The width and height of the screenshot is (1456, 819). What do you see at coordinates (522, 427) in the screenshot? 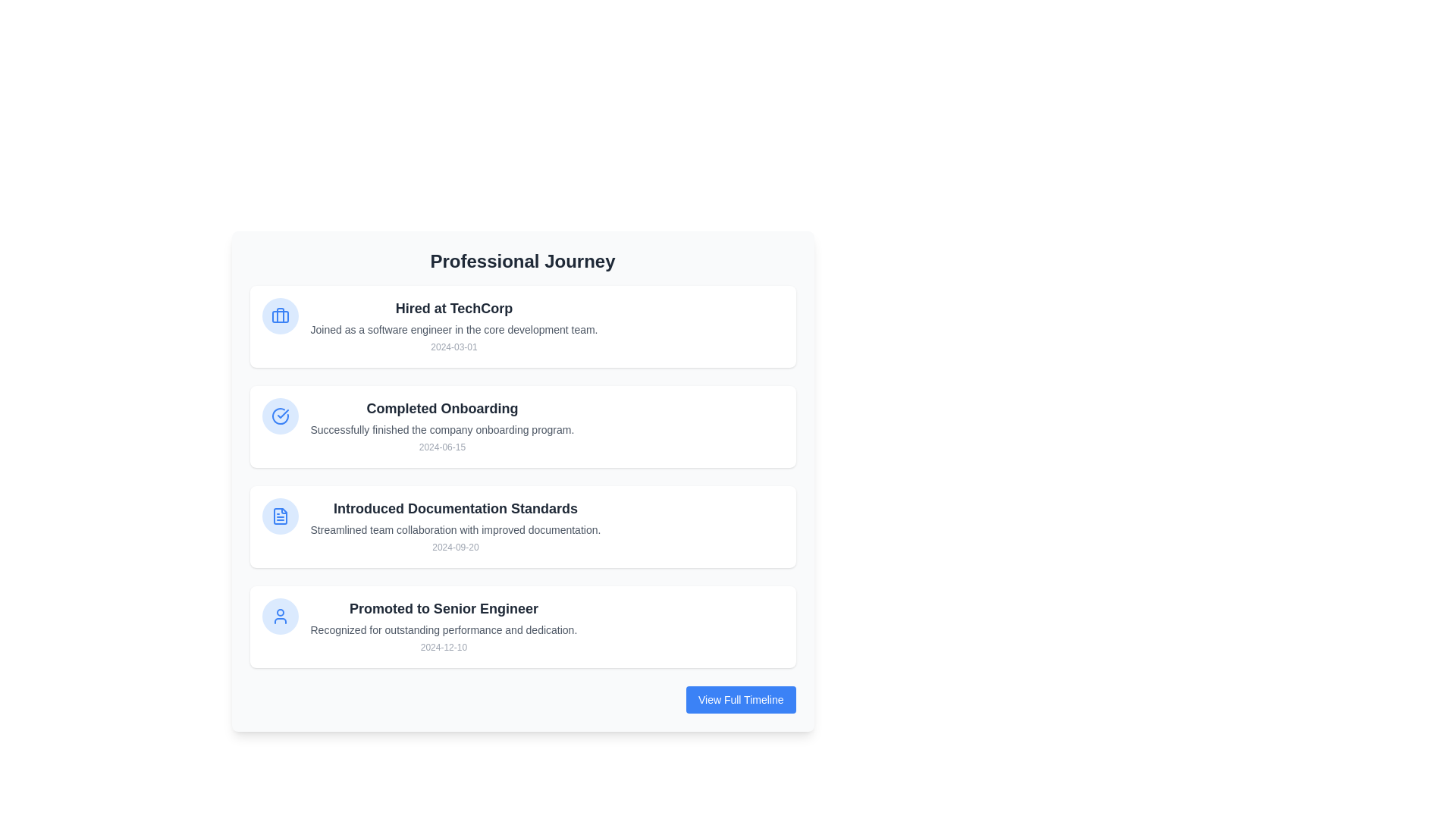
I see `the Information card displaying a milestone in the Professional Journey section, located between 'Hired at TechCorp' and 'Introduced Documentation Standards'` at bounding box center [522, 427].